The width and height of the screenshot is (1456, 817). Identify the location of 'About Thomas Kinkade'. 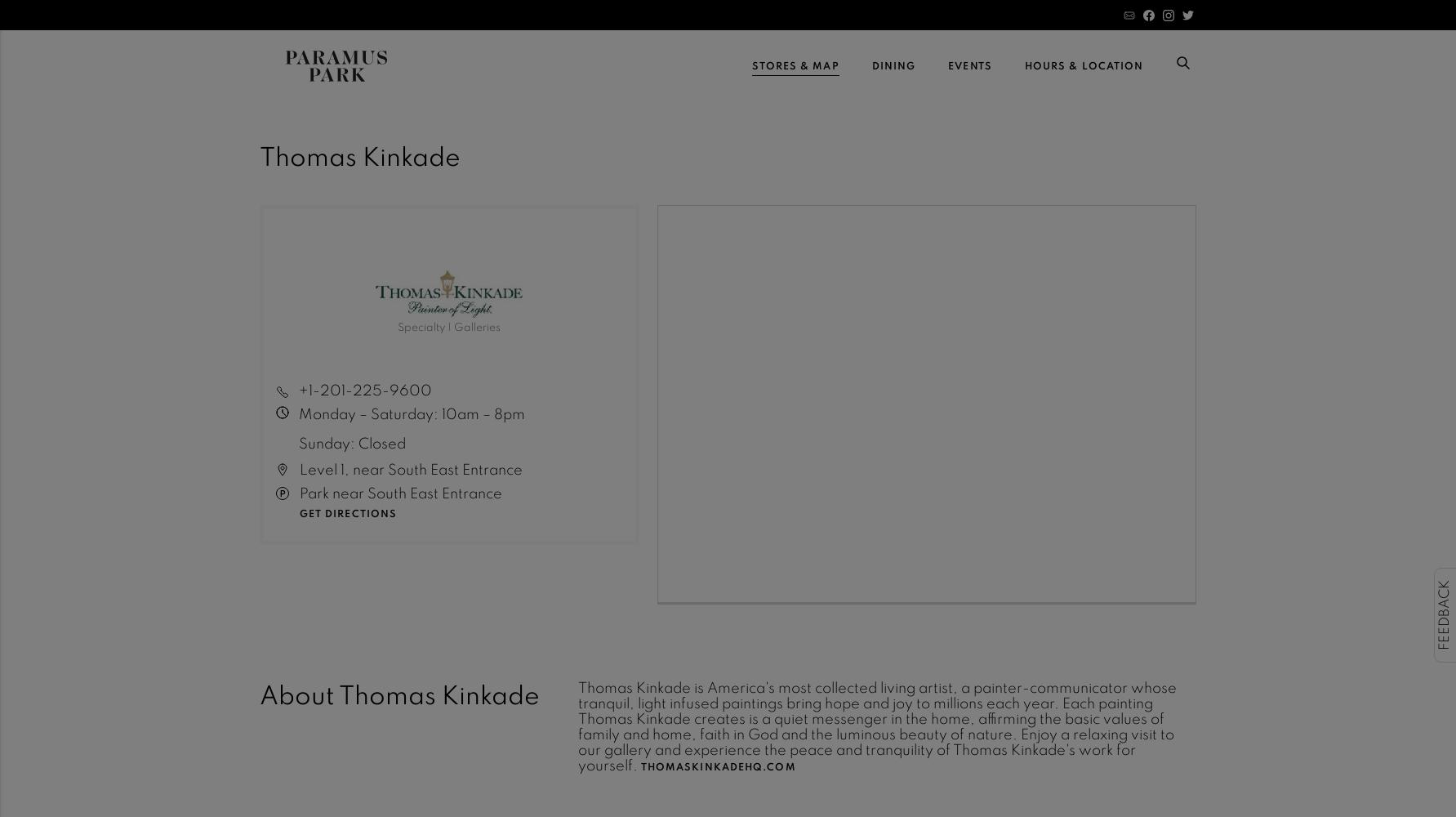
(399, 695).